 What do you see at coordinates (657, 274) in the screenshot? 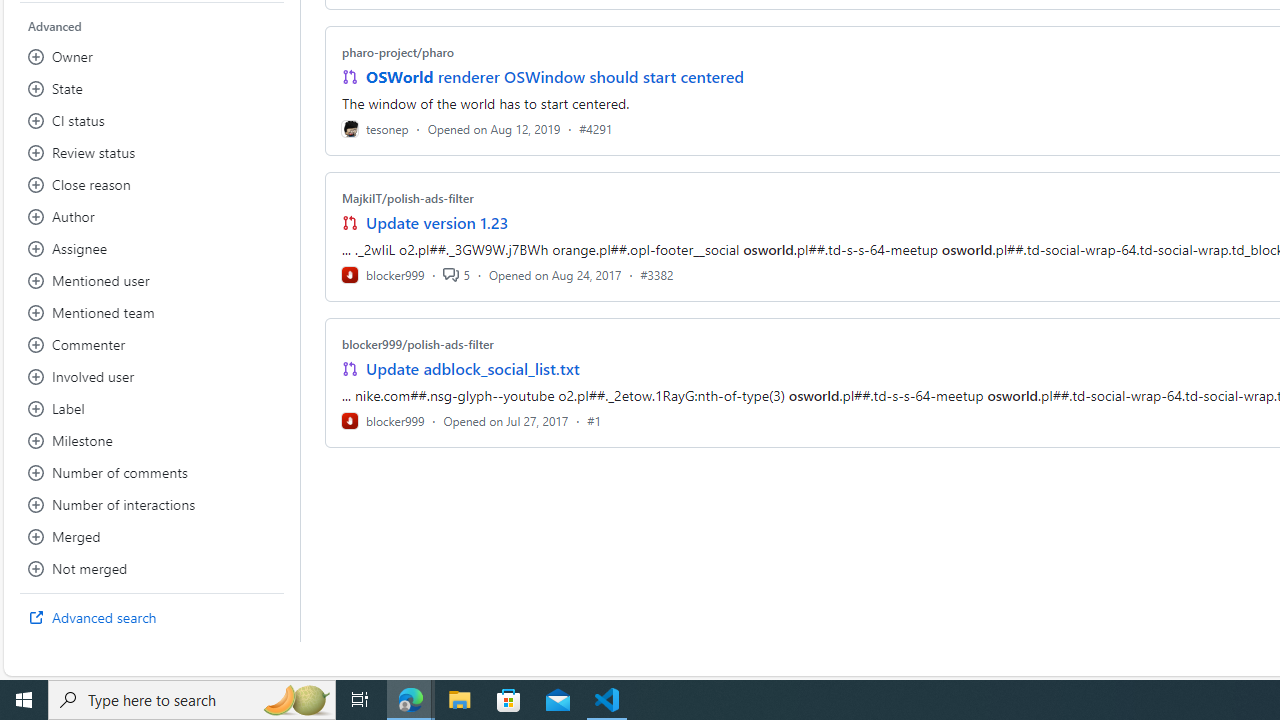
I see `'#3382'` at bounding box center [657, 274].